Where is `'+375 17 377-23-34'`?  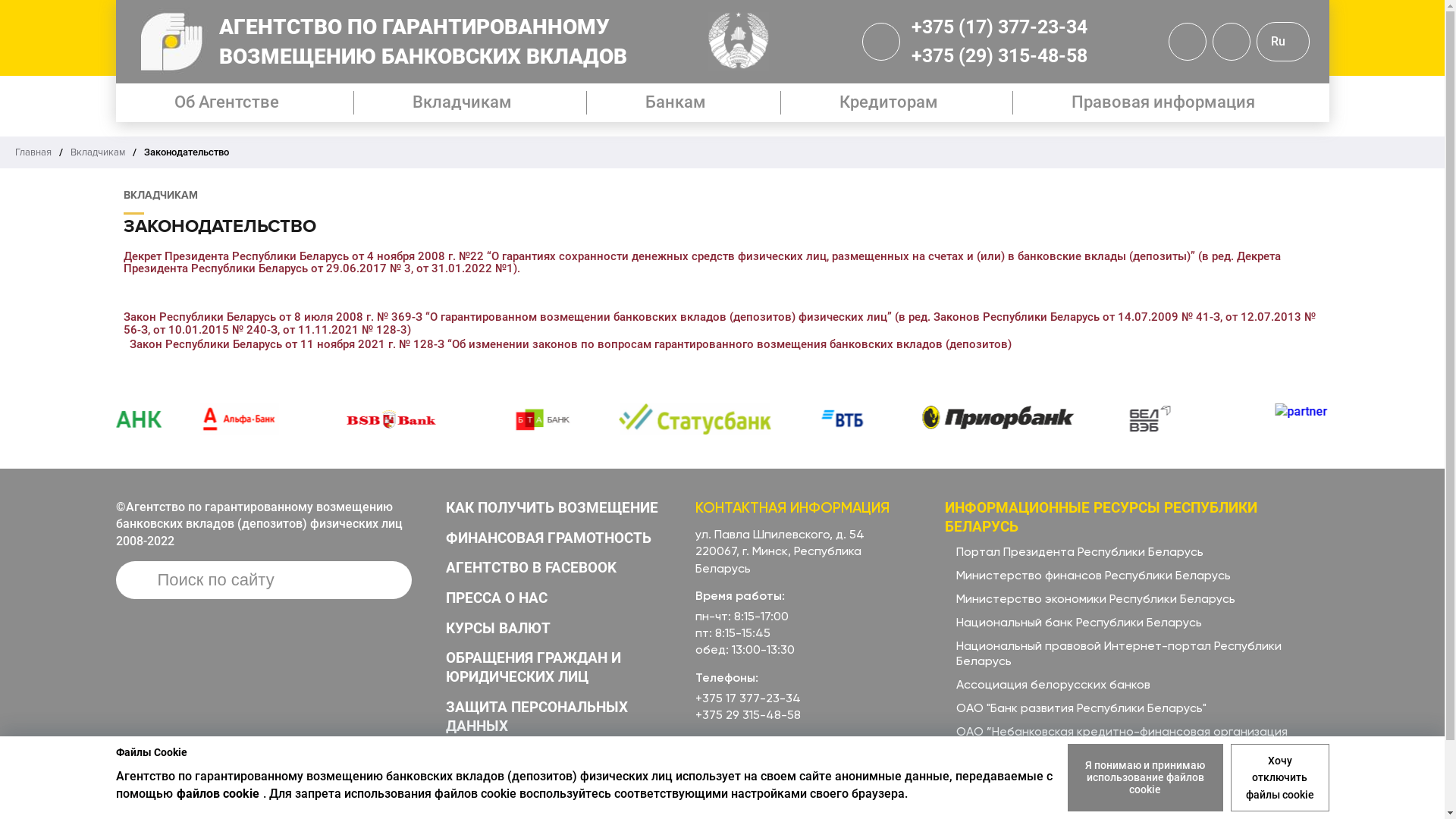
'+375 17 377-23-34' is located at coordinates (748, 698).